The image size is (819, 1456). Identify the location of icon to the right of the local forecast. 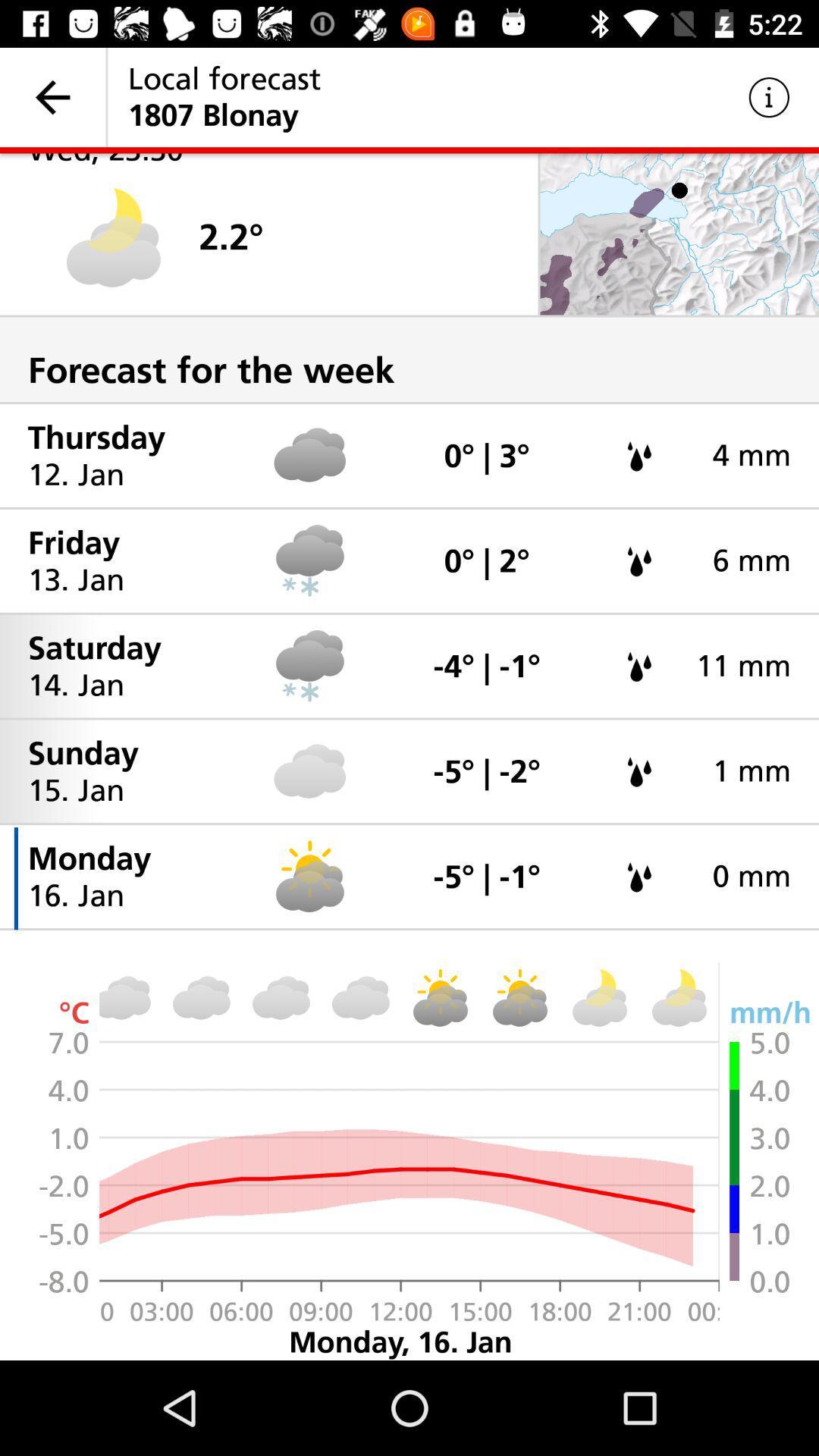
(769, 96).